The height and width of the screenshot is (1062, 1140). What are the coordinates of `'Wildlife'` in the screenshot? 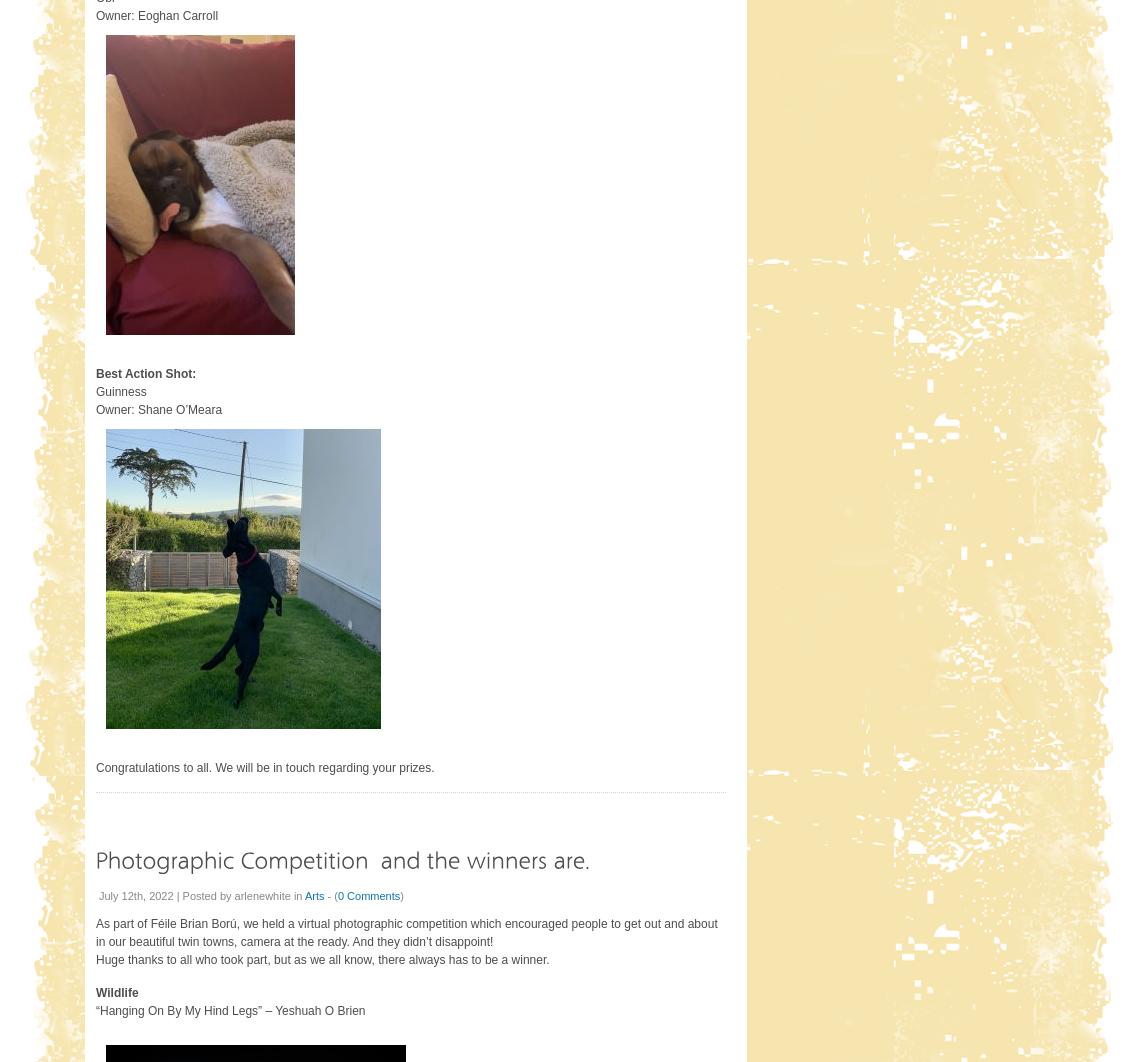 It's located at (115, 991).